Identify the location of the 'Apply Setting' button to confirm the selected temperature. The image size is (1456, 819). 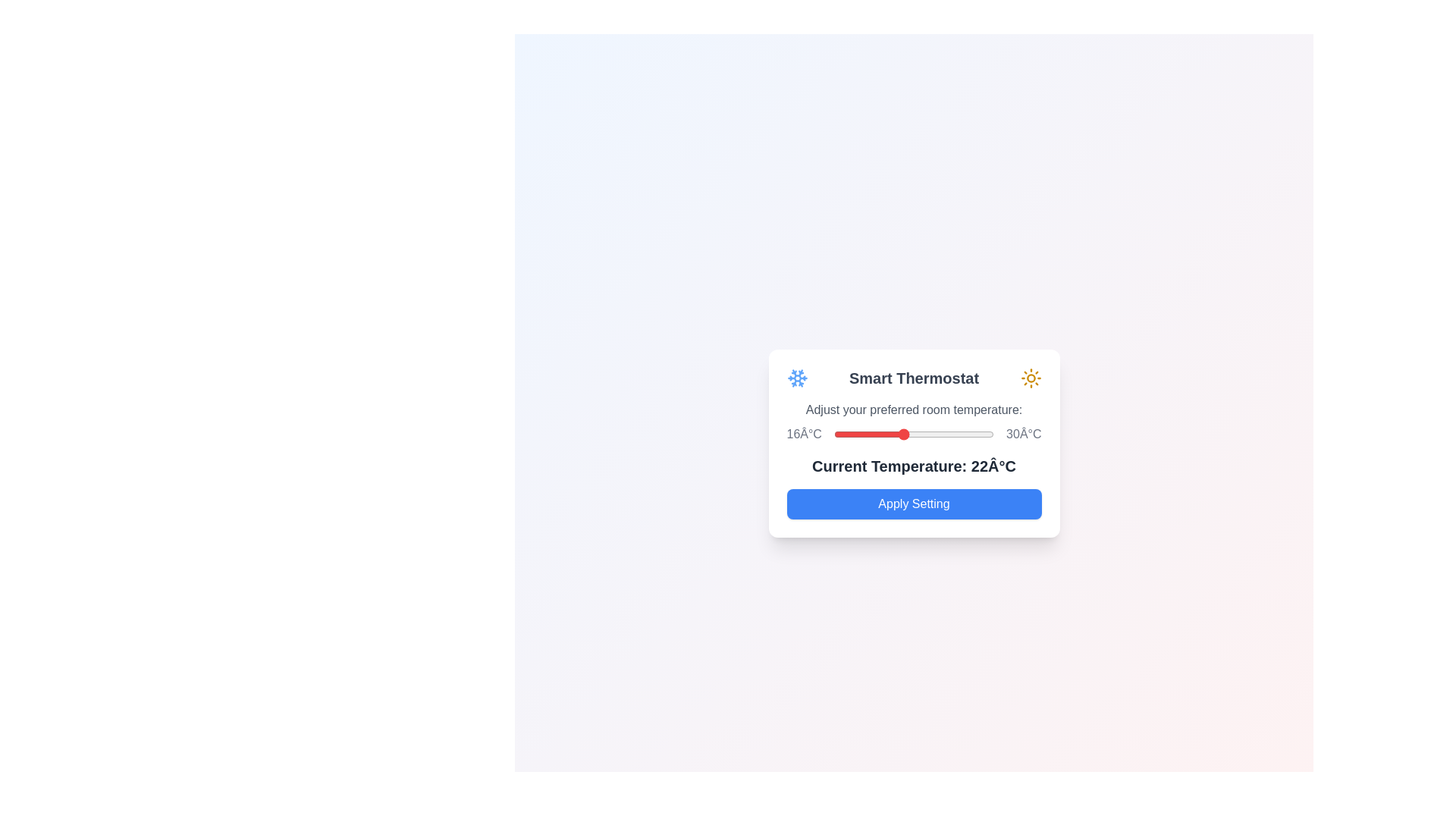
(913, 504).